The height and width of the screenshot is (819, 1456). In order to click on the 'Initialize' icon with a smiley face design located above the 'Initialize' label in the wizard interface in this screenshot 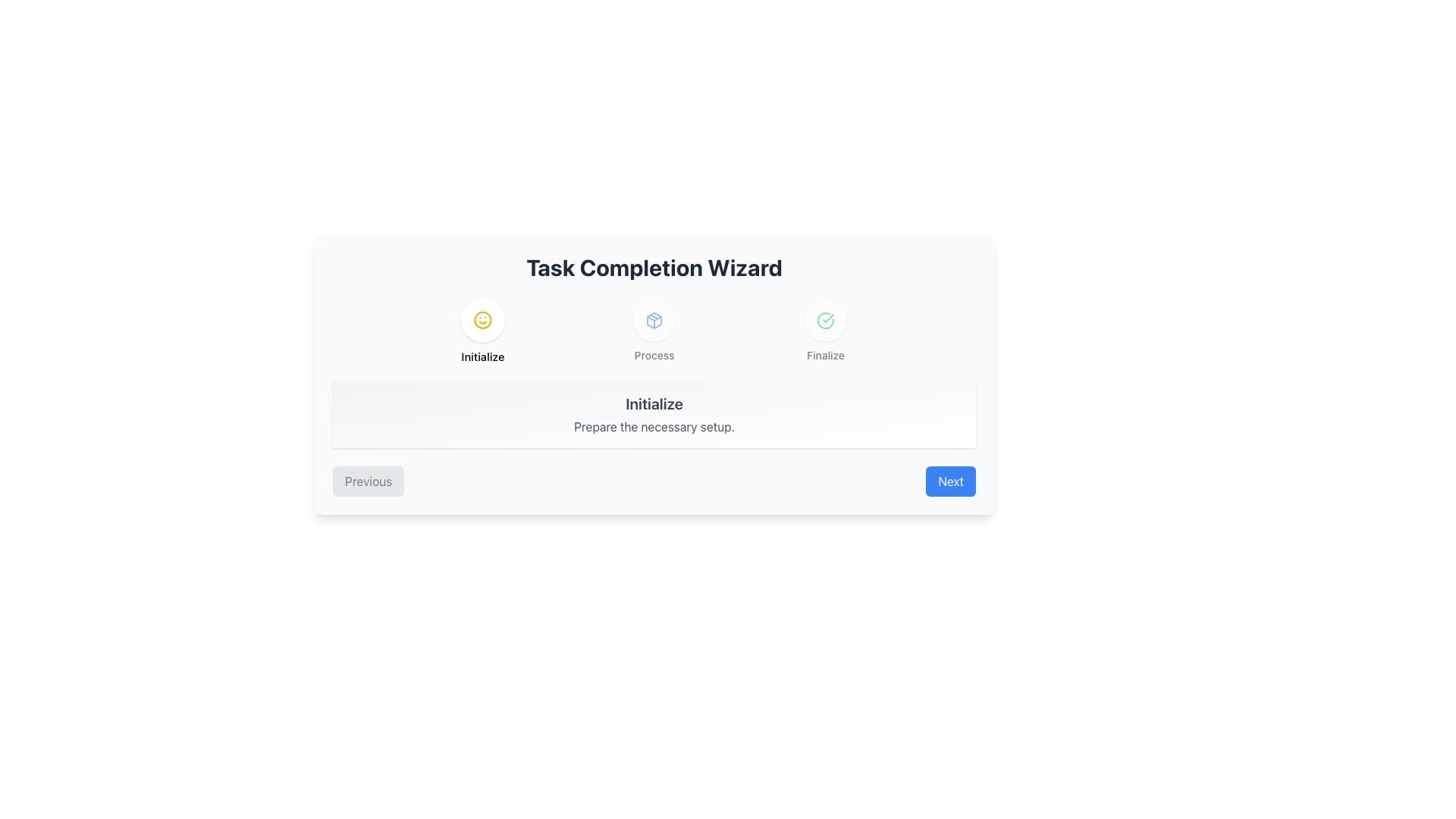, I will do `click(482, 318)`.